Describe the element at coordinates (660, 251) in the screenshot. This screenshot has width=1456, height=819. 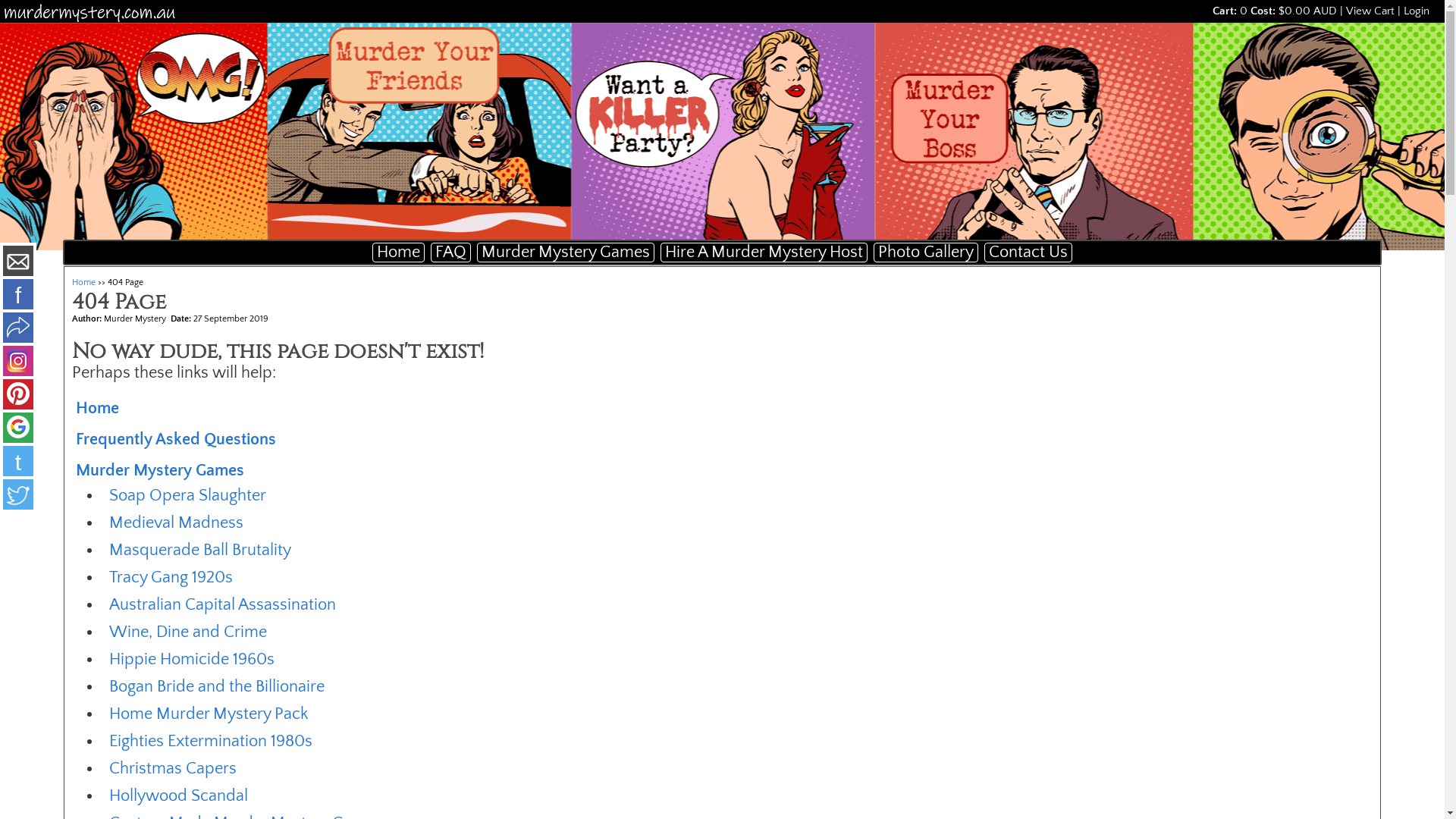
I see `'Hire A Murder Mystery Host'` at that location.